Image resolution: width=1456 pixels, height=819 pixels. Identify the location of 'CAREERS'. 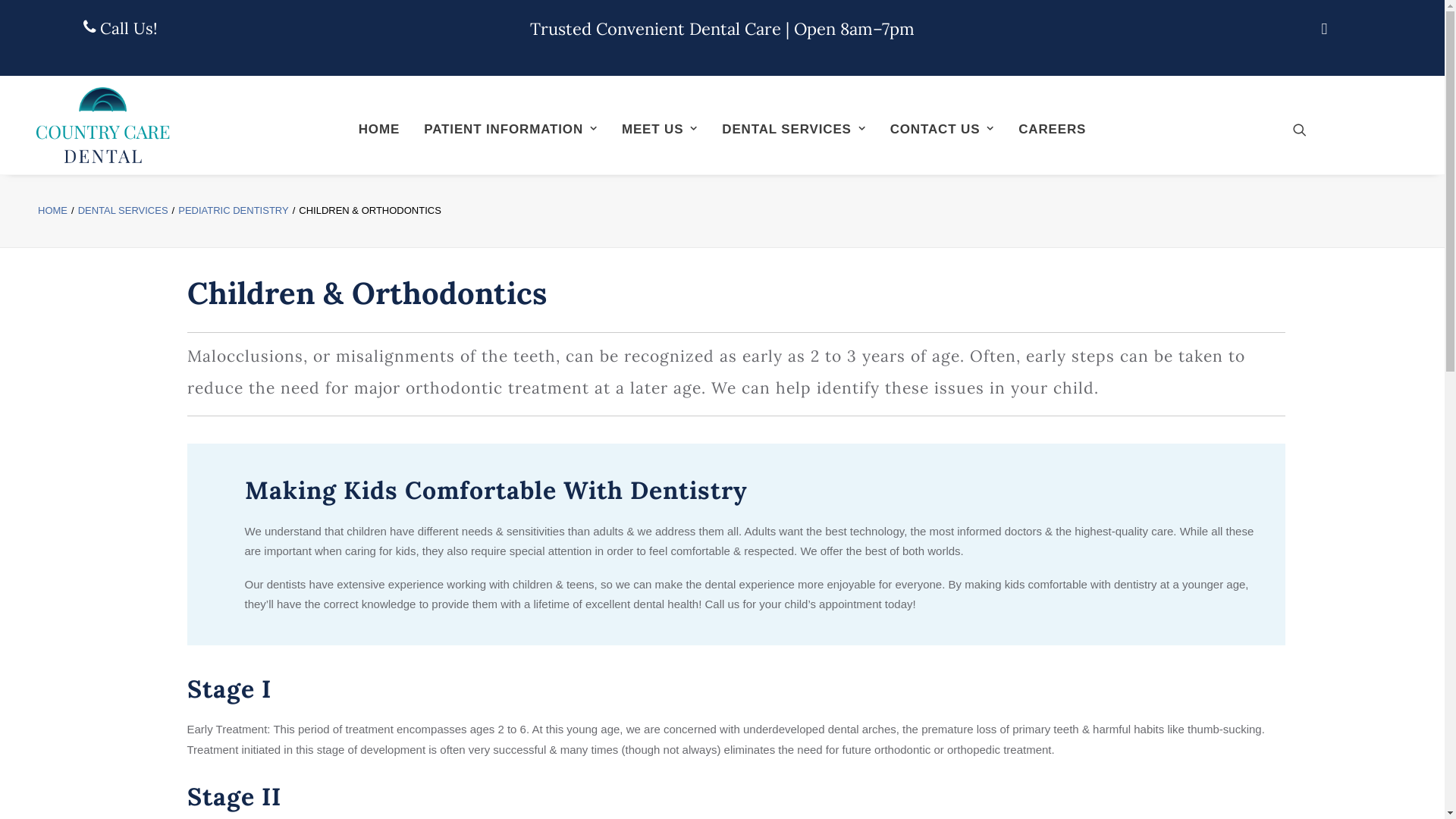
(1051, 127).